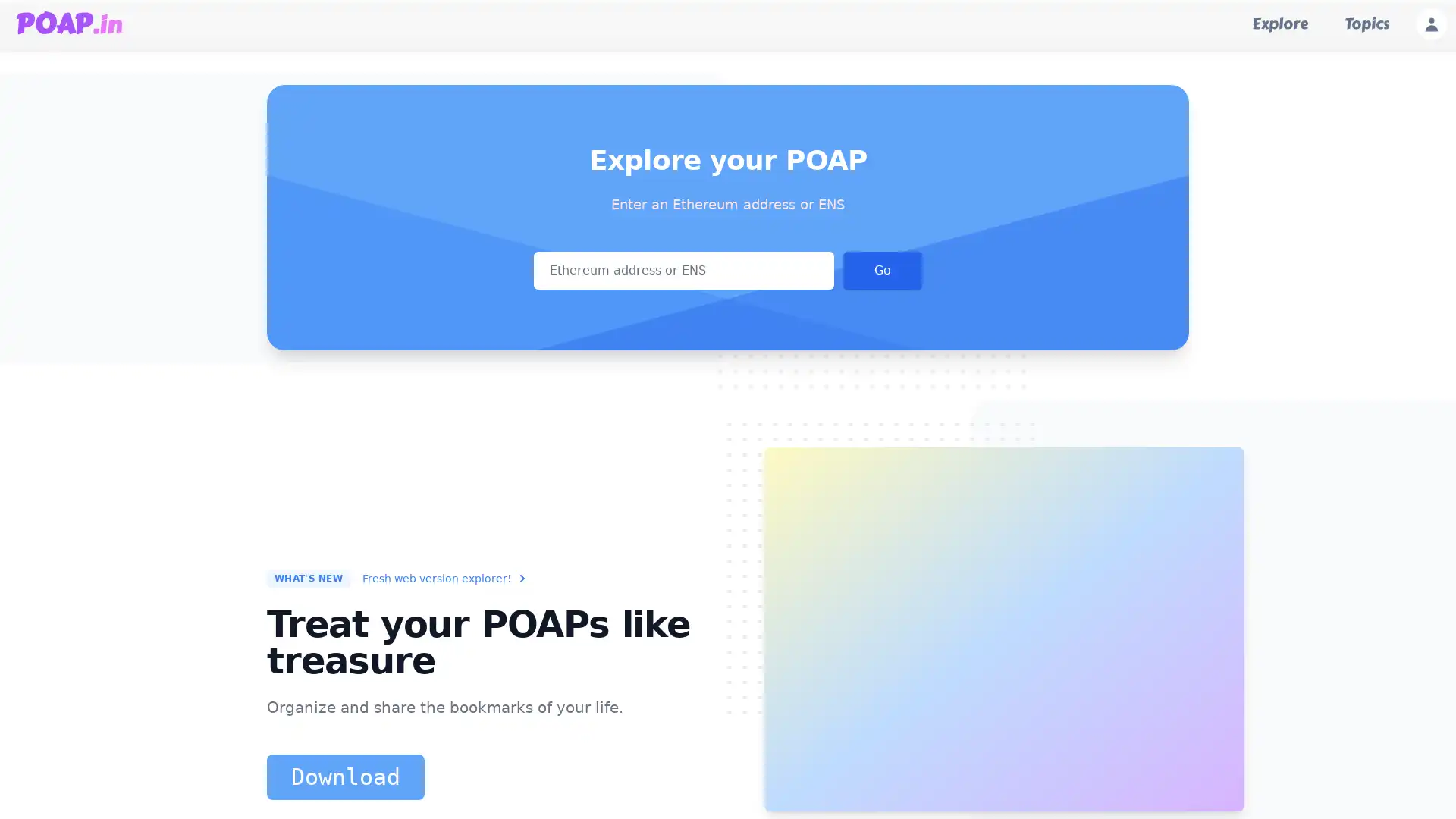 This screenshot has height=819, width=1456. What do you see at coordinates (882, 270) in the screenshot?
I see `Go` at bounding box center [882, 270].